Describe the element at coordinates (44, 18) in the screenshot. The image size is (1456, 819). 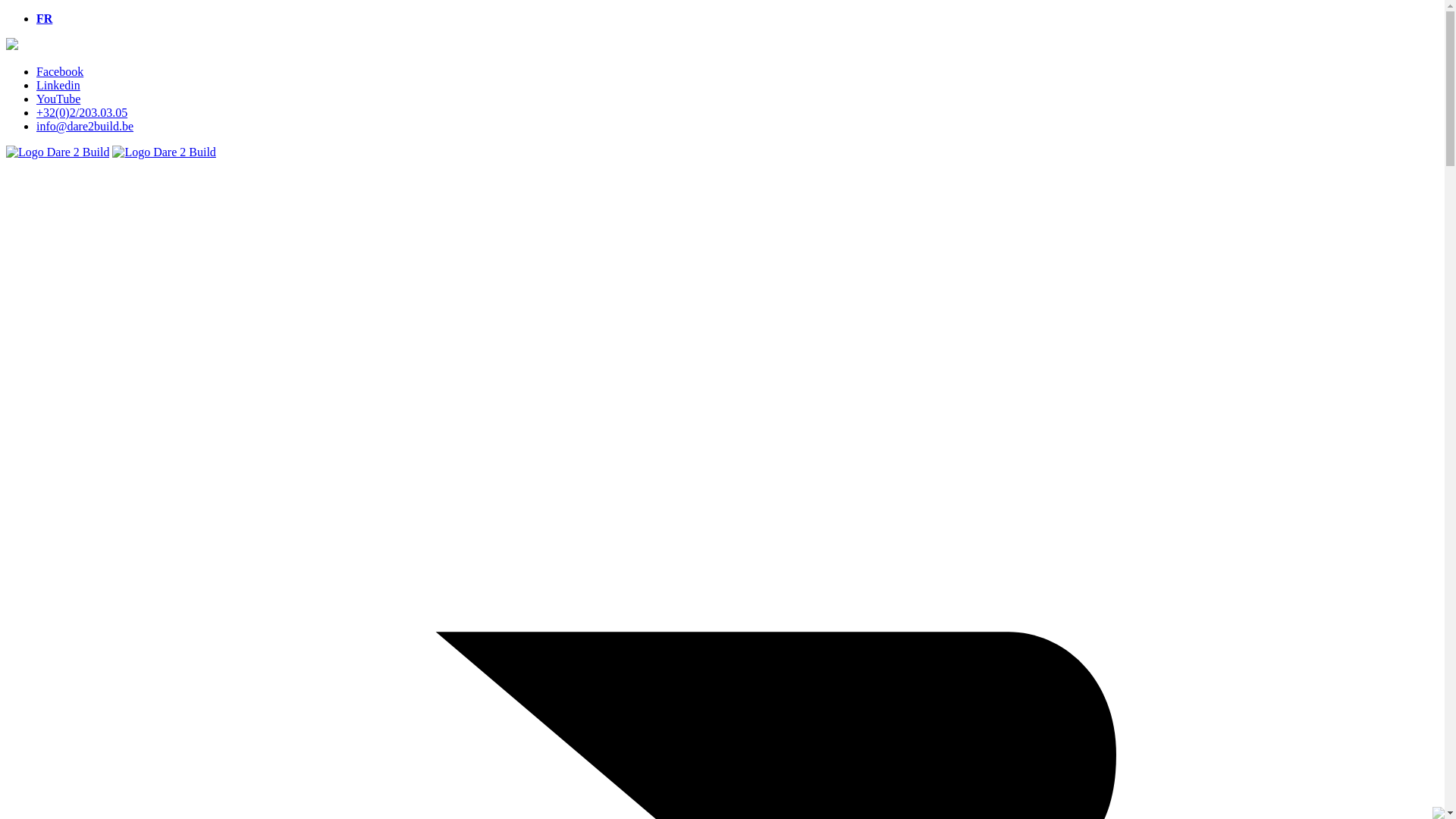
I see `'FR'` at that location.